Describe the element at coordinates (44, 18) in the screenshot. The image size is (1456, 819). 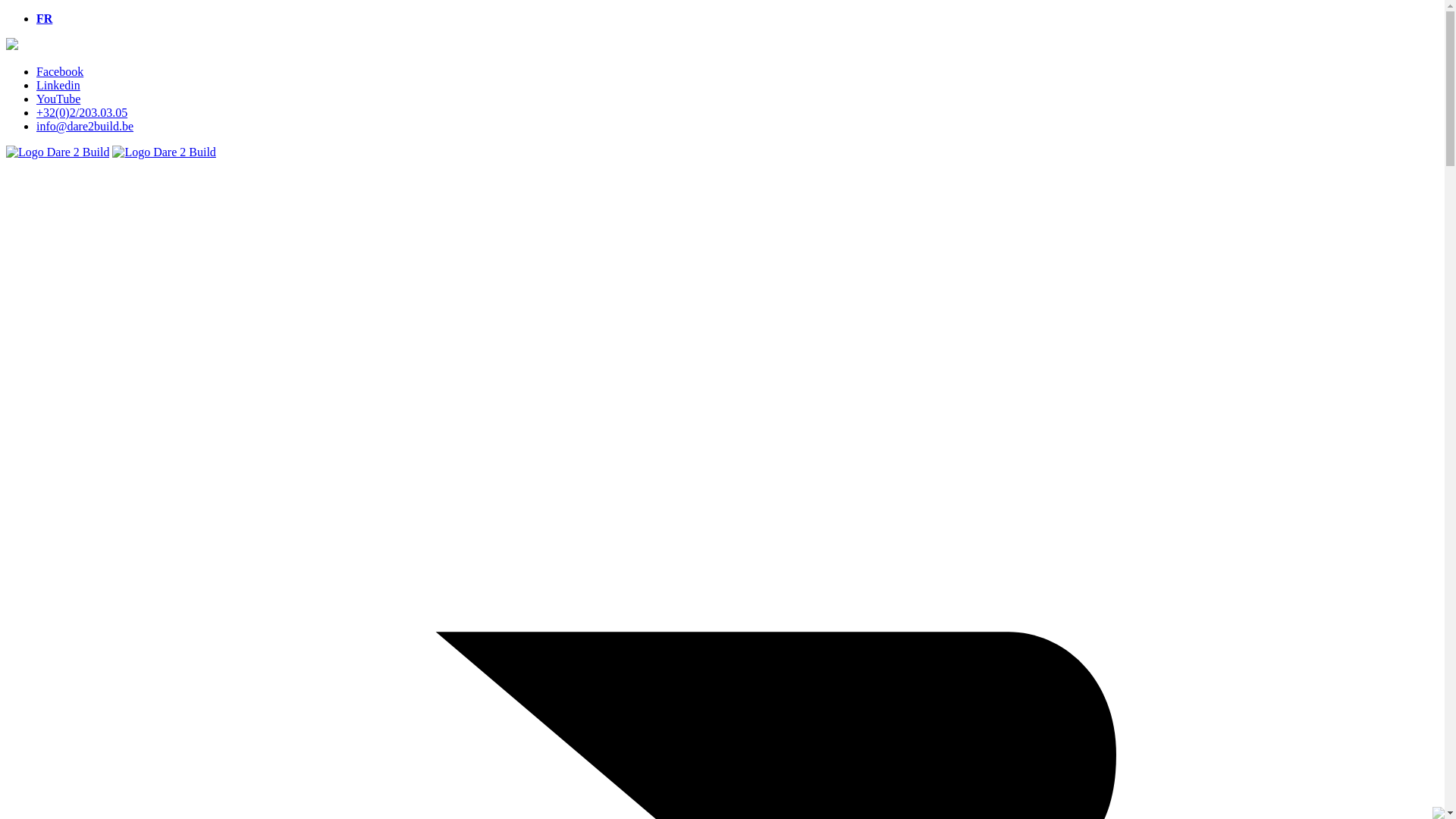
I see `'FR'` at that location.